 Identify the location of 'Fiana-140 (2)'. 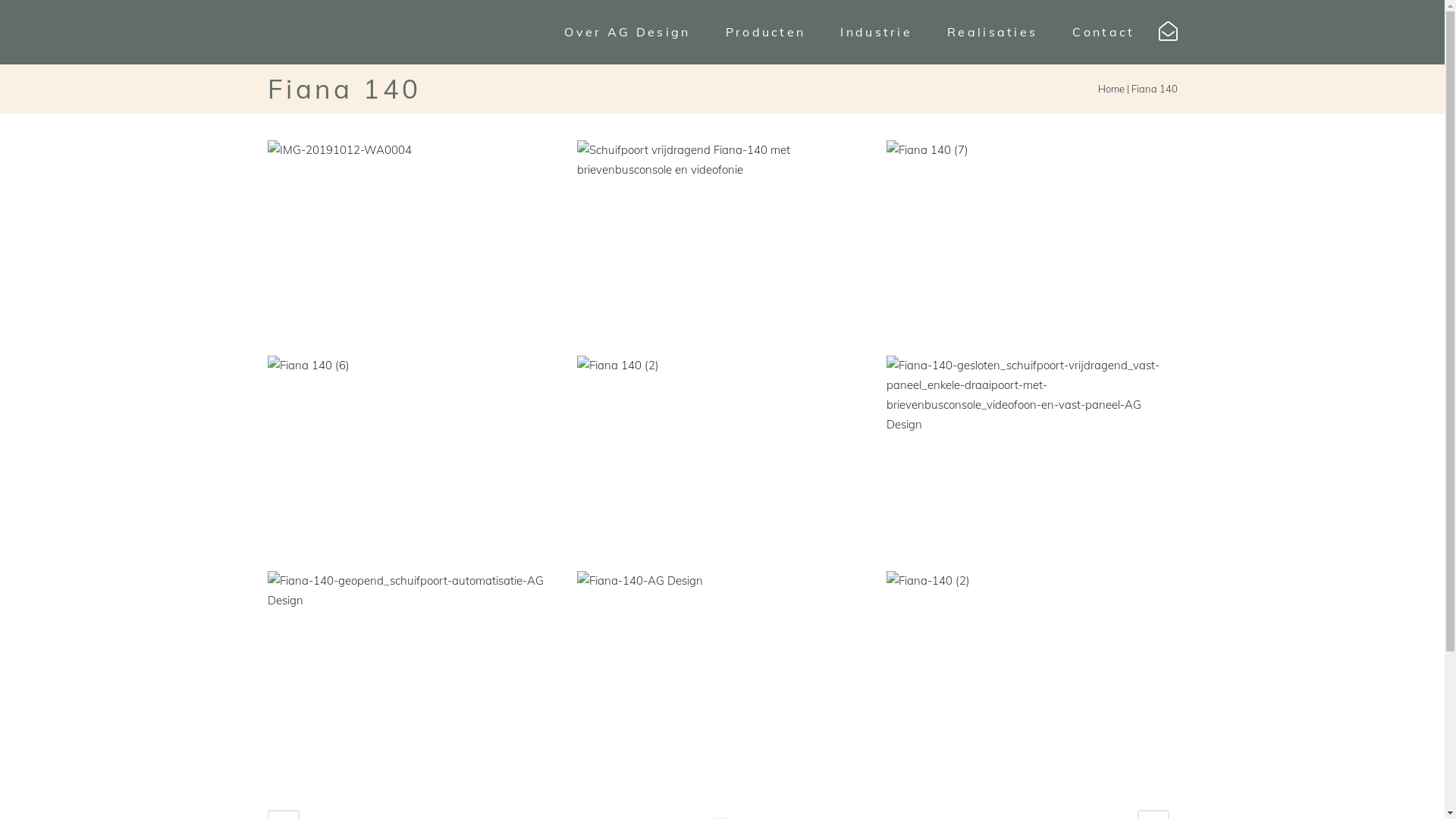
(1031, 657).